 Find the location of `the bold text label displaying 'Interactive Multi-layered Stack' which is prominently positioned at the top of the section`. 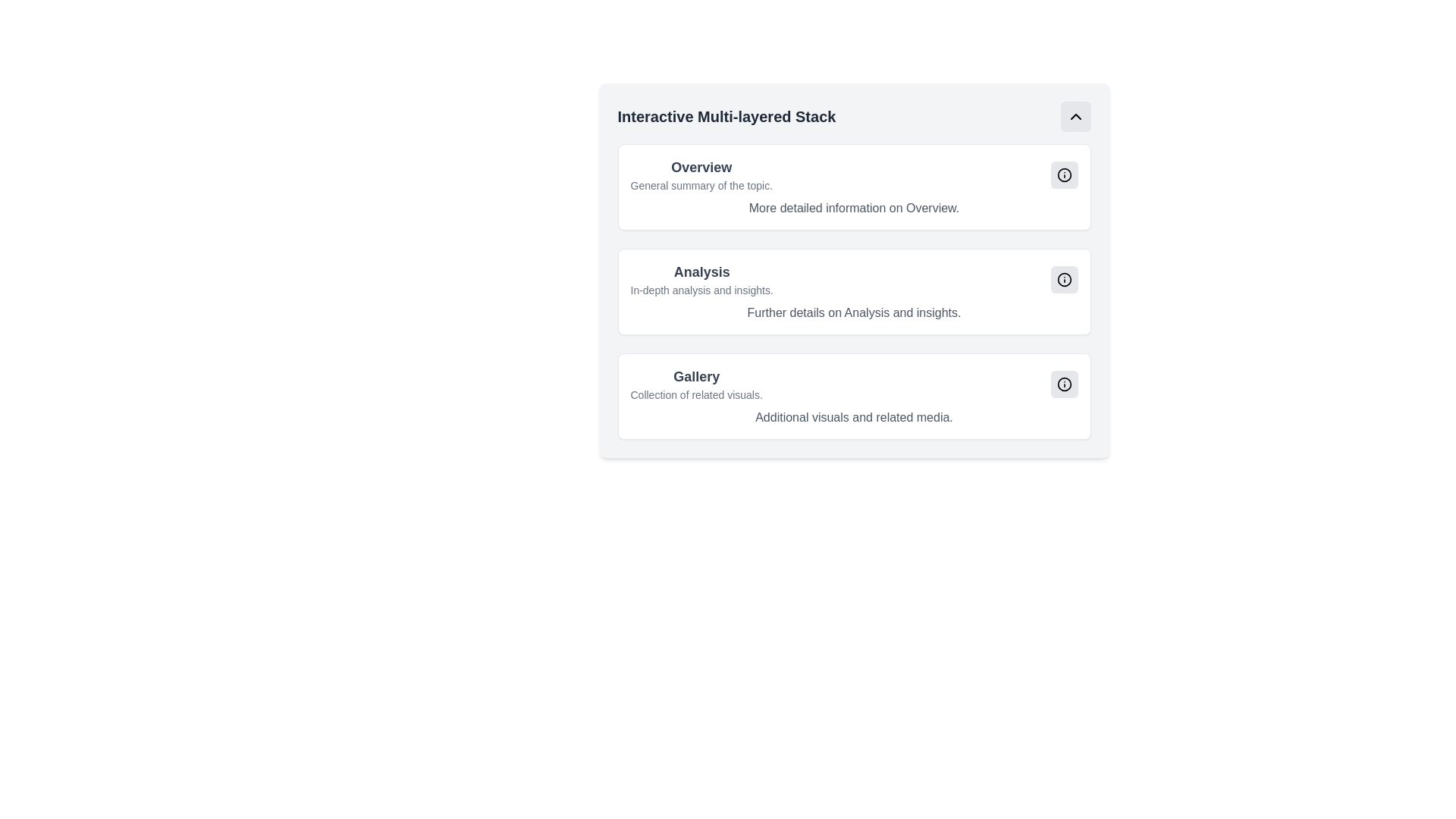

the bold text label displaying 'Interactive Multi-layered Stack' which is prominently positioned at the top of the section is located at coordinates (726, 116).